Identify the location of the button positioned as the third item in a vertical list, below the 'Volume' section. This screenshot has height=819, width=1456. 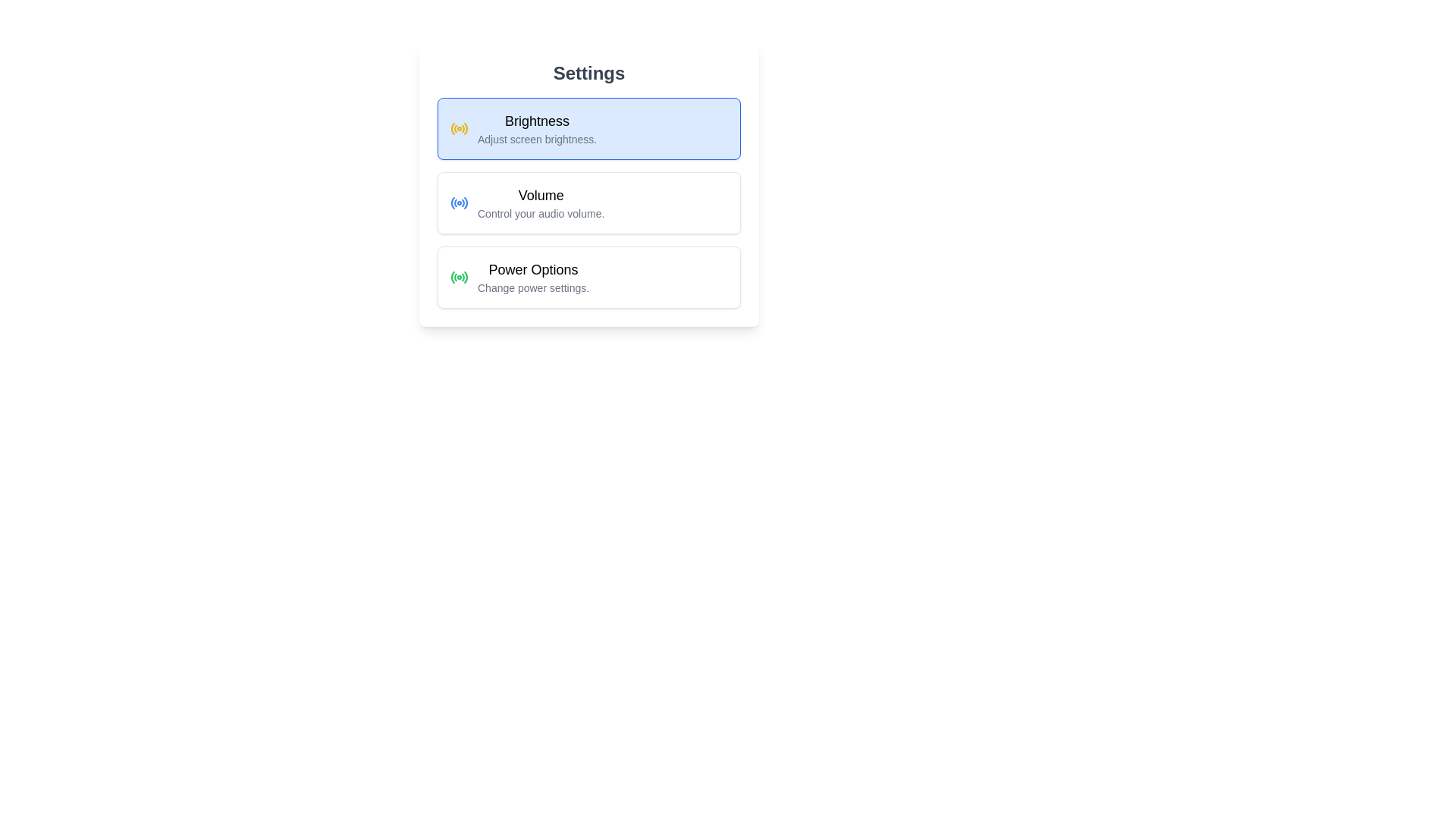
(588, 278).